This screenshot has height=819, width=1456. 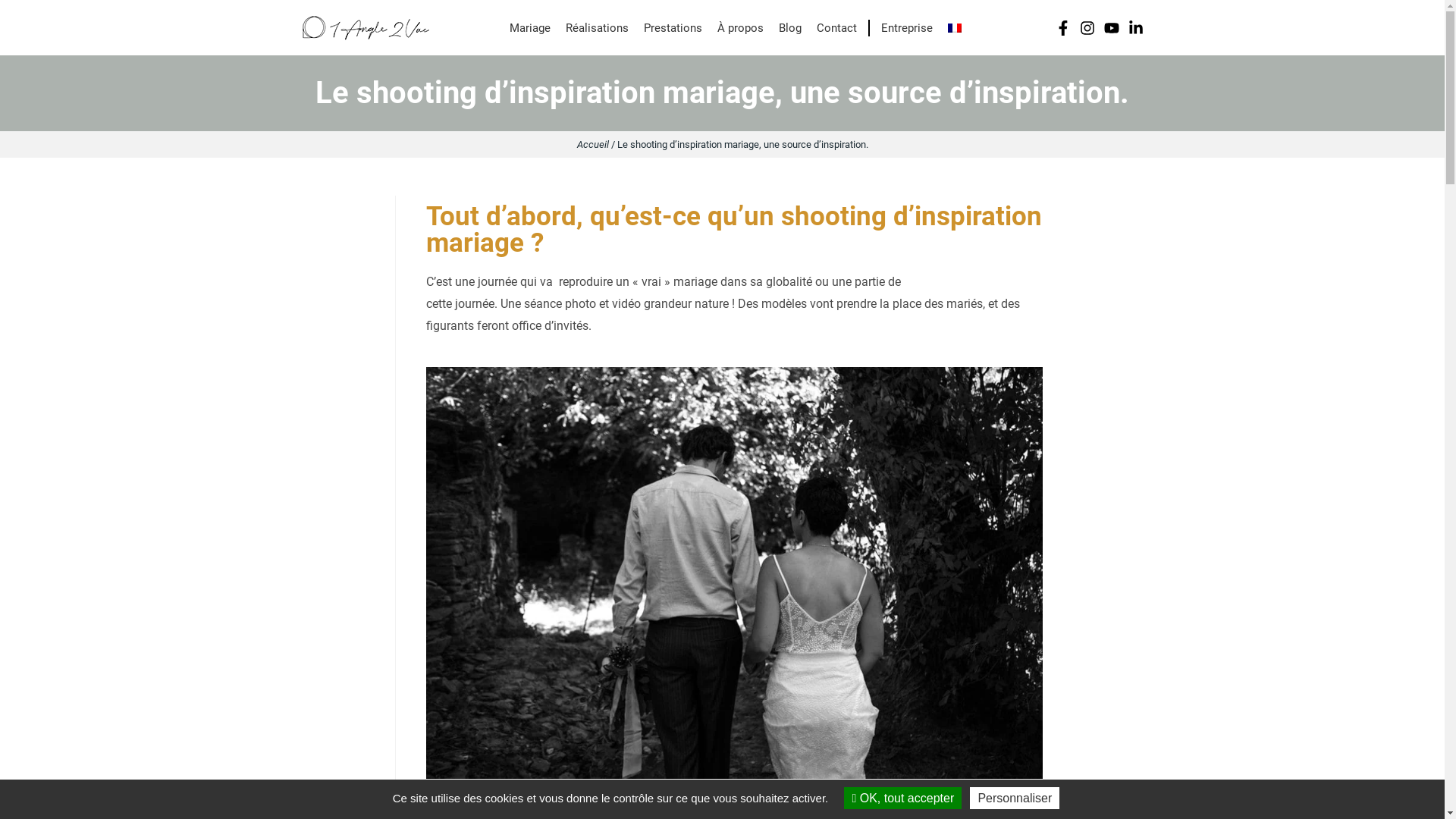 I want to click on 'Personnaliser', so click(x=1015, y=797).